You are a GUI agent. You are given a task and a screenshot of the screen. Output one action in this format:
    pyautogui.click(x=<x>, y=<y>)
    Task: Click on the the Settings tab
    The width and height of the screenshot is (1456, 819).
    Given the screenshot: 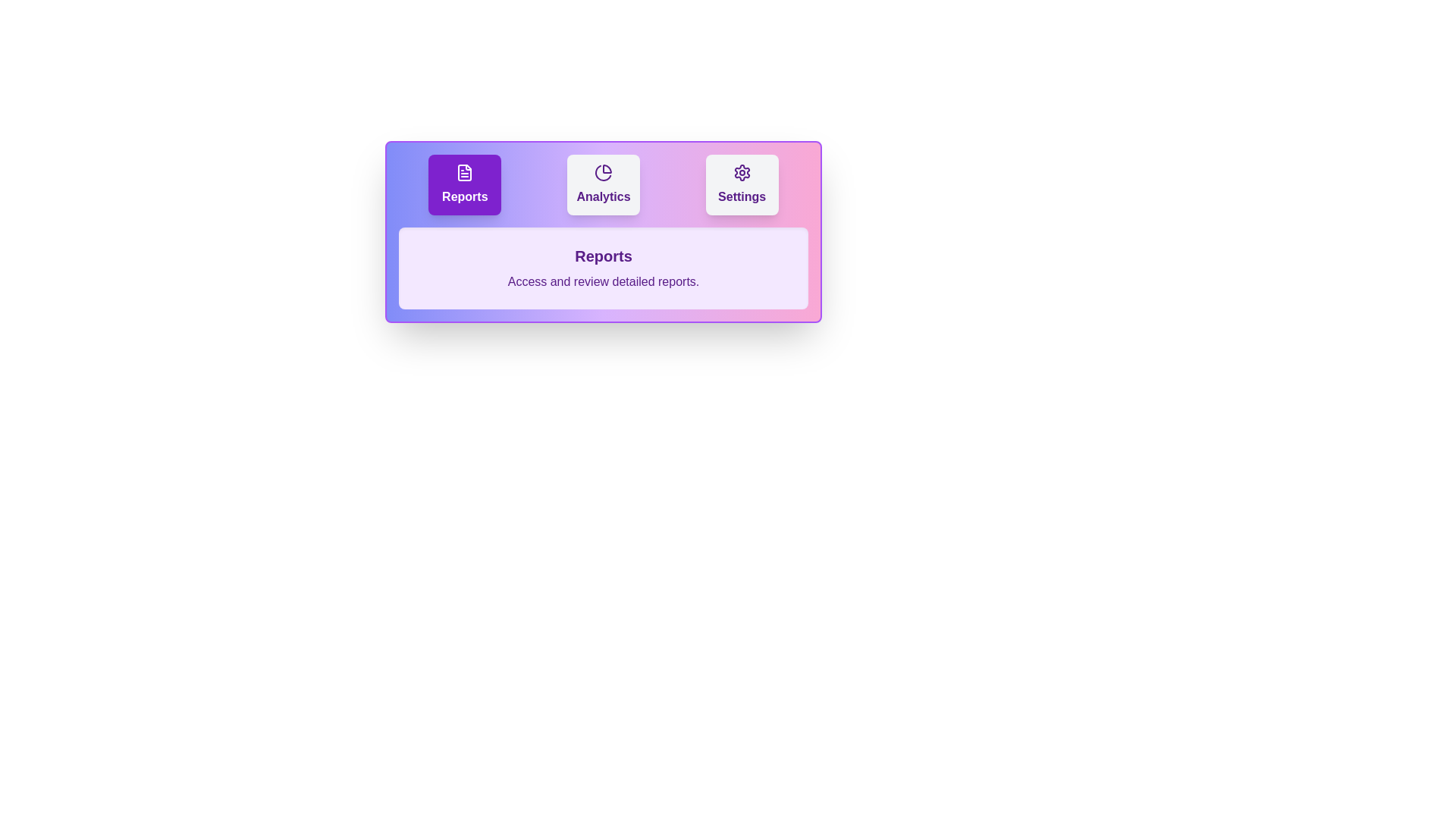 What is the action you would take?
    pyautogui.click(x=742, y=184)
    